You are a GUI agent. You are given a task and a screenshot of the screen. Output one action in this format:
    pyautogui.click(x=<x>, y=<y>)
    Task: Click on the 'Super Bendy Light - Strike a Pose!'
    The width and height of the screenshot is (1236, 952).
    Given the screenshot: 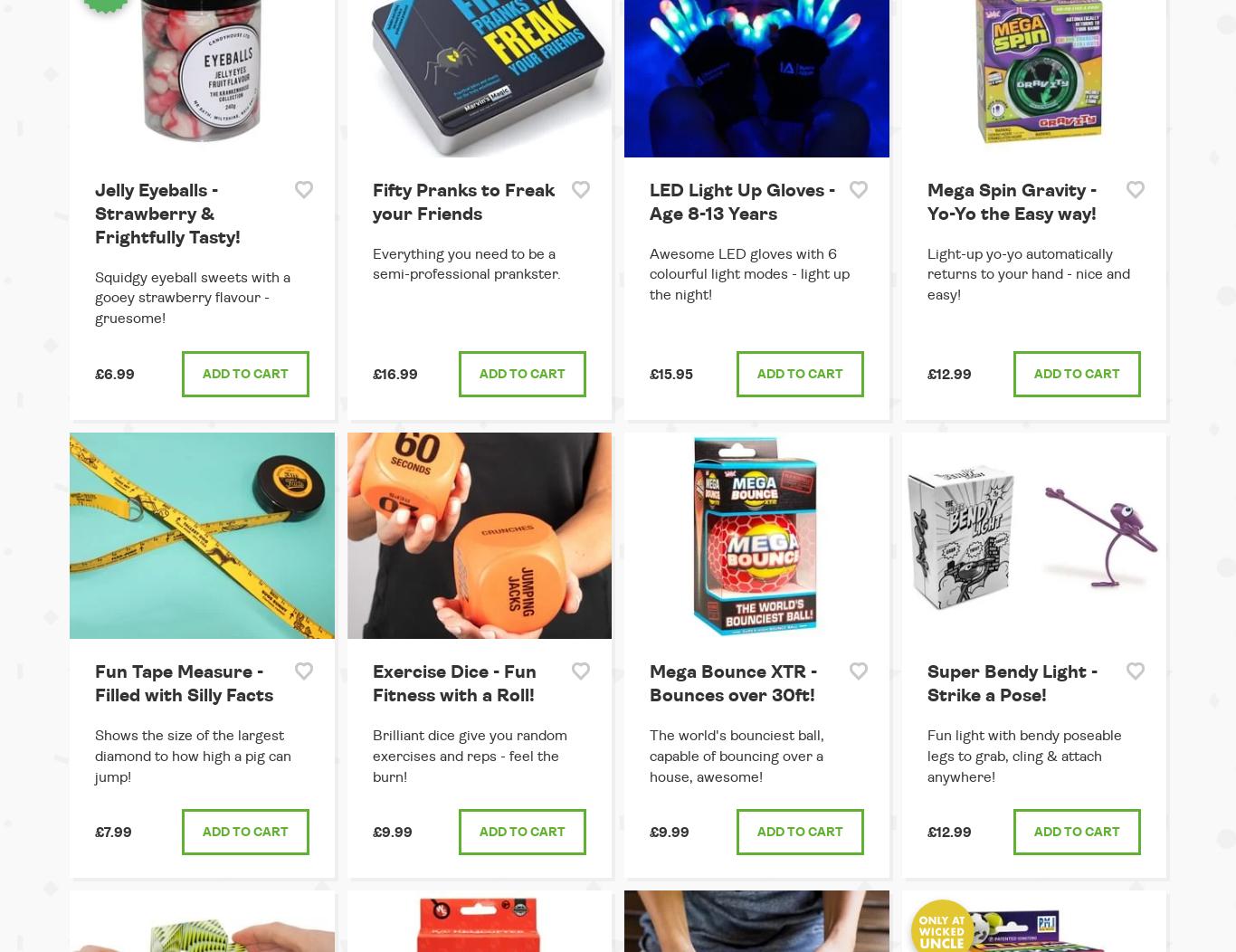 What is the action you would take?
    pyautogui.click(x=1010, y=682)
    